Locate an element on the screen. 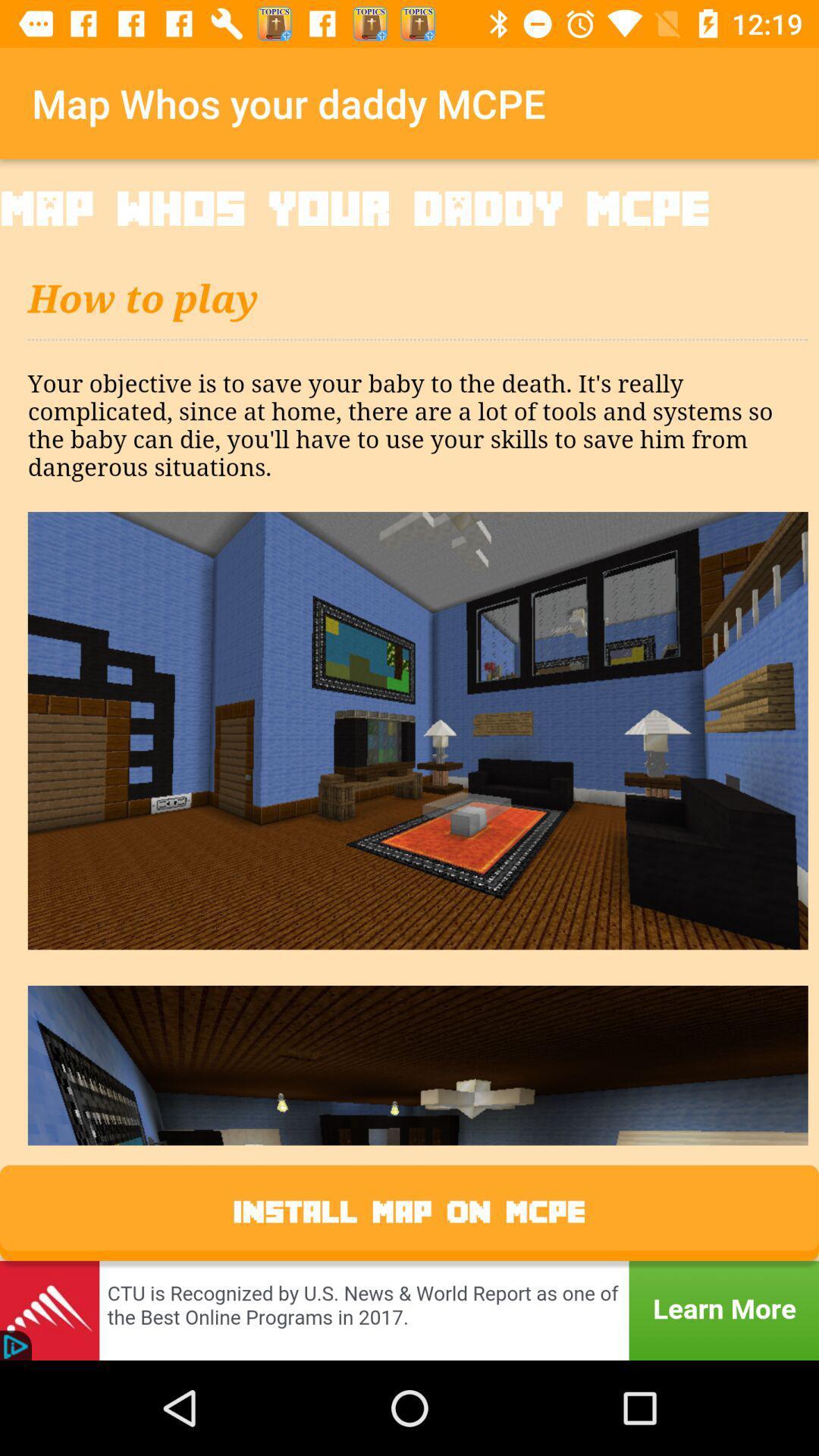 This screenshot has height=1456, width=819. open advertisement is located at coordinates (409, 1310).